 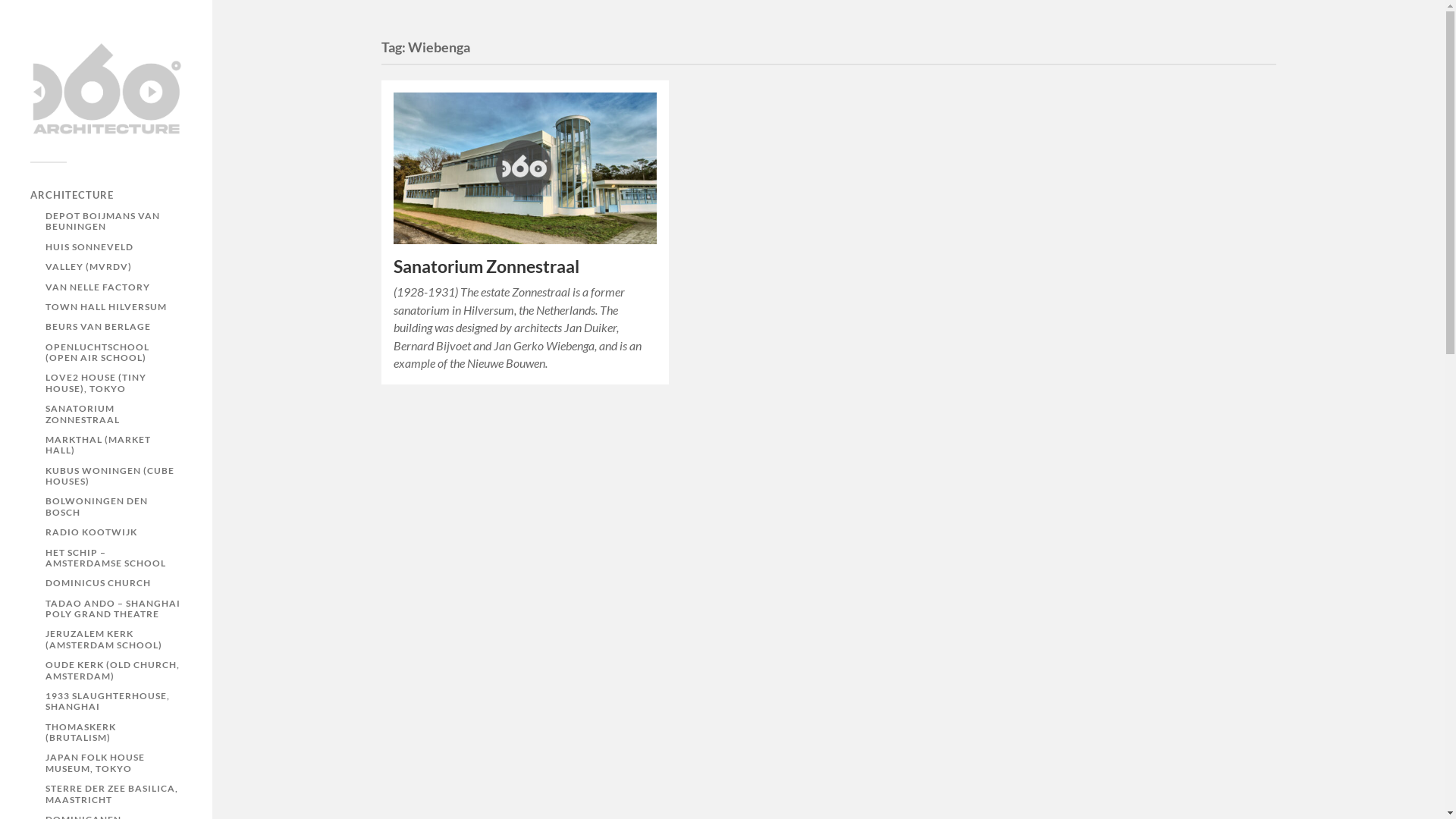 What do you see at coordinates (80, 731) in the screenshot?
I see `'THOMASKERK (BRUTALISM)'` at bounding box center [80, 731].